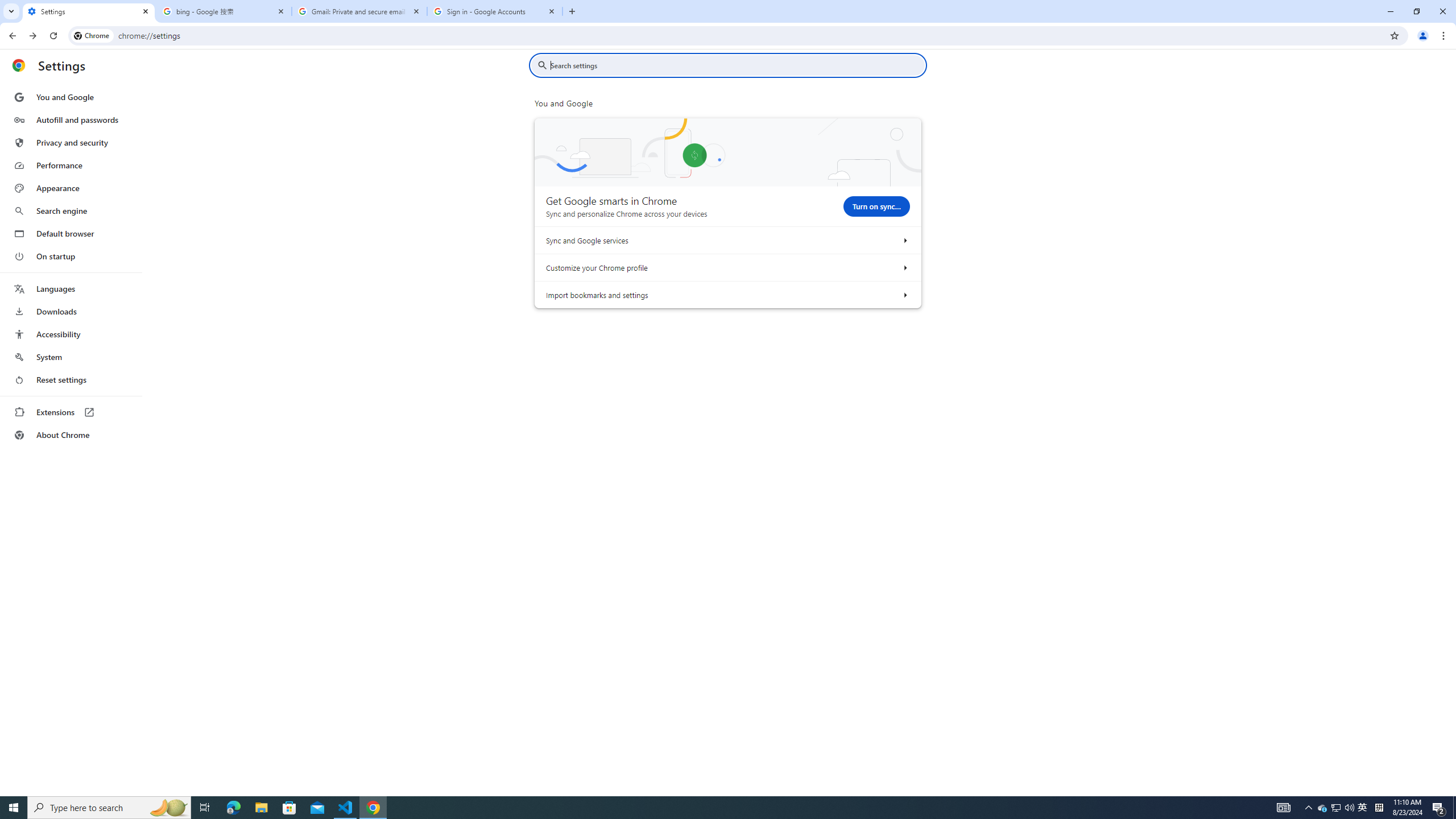  Describe the element at coordinates (70, 119) in the screenshot. I see `'Autofill and passwords'` at that location.